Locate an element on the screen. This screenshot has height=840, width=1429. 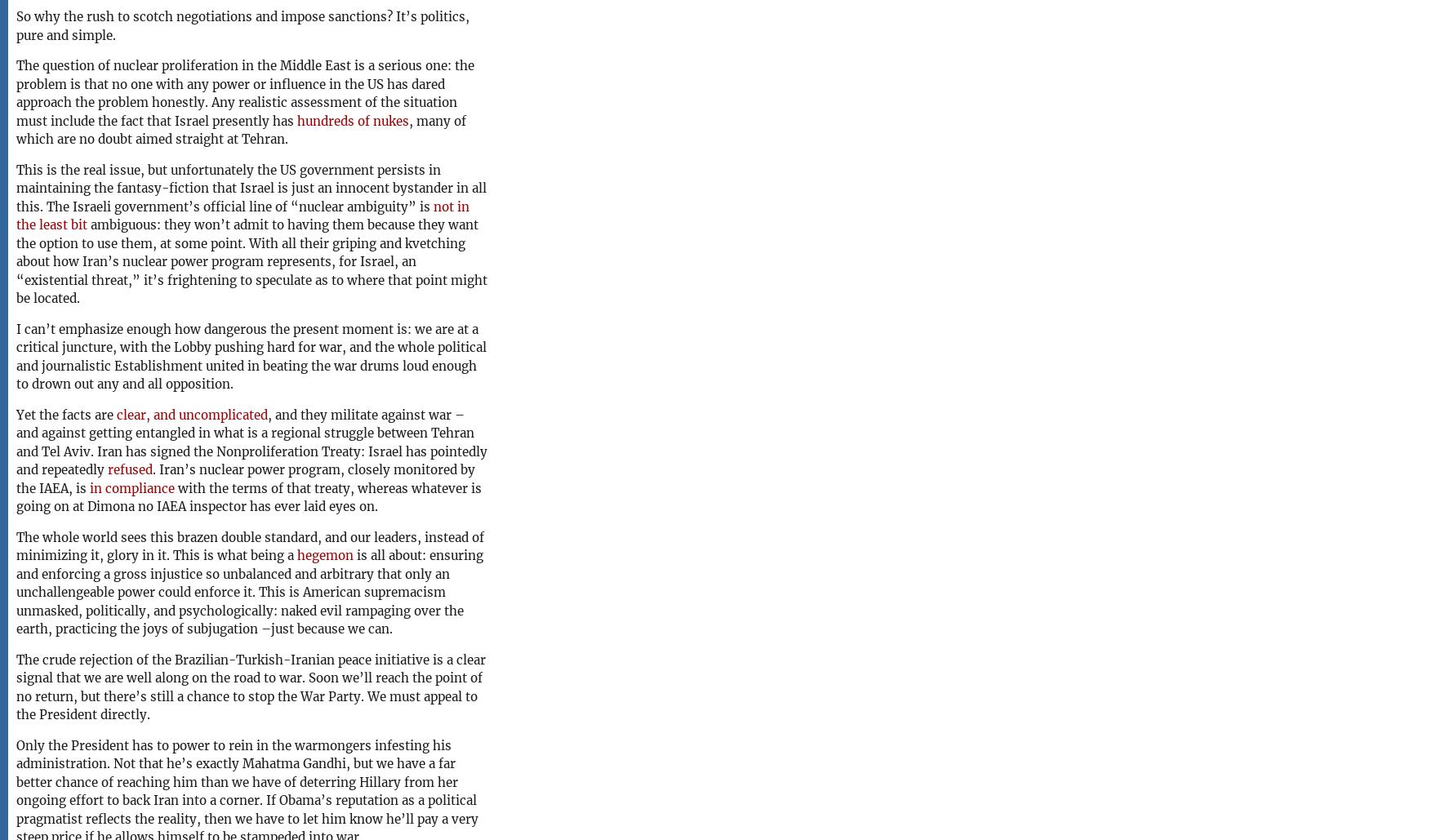
'not in the least bit' is located at coordinates (242, 215).